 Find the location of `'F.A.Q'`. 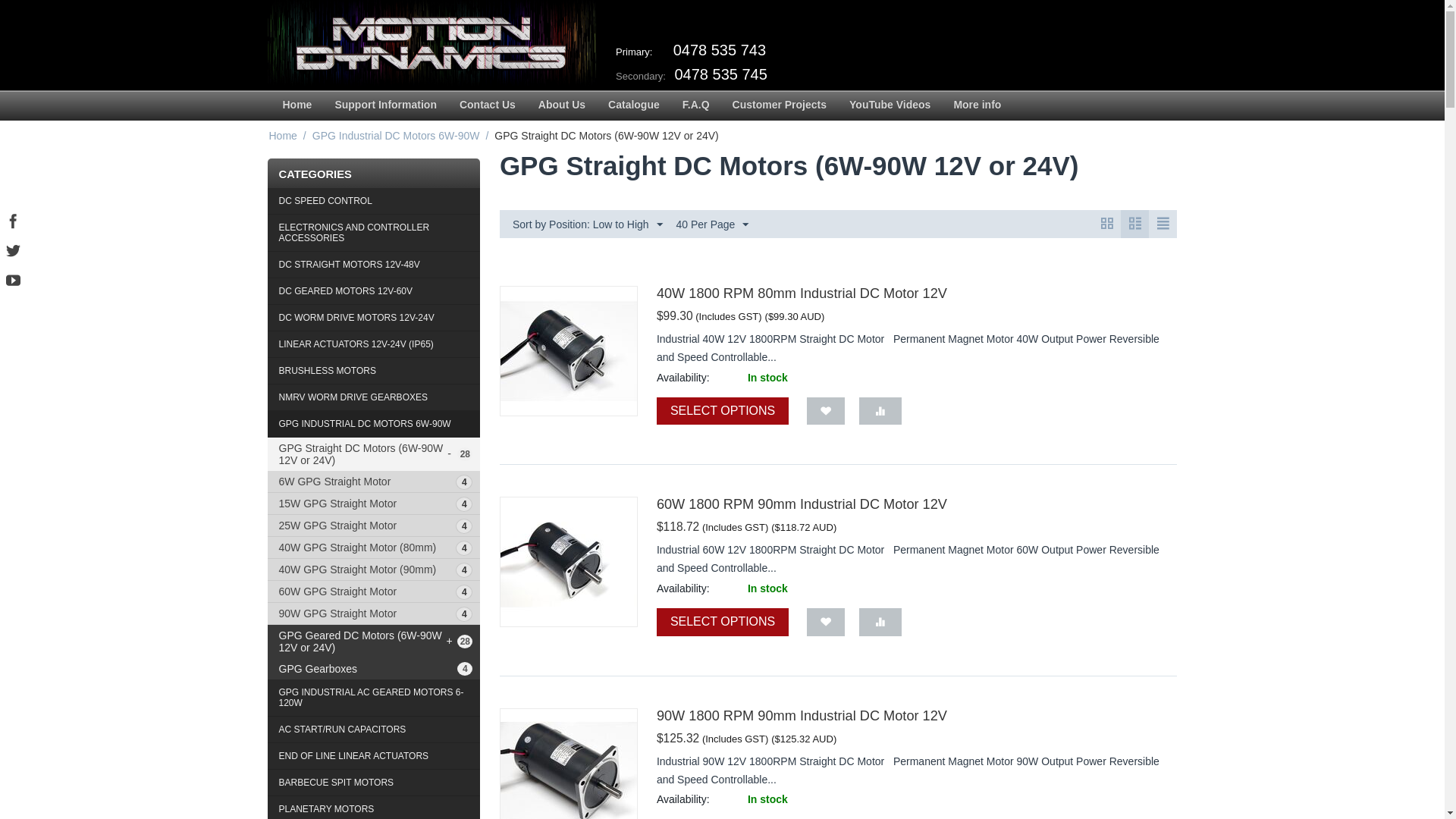

'F.A.Q' is located at coordinates (670, 105).